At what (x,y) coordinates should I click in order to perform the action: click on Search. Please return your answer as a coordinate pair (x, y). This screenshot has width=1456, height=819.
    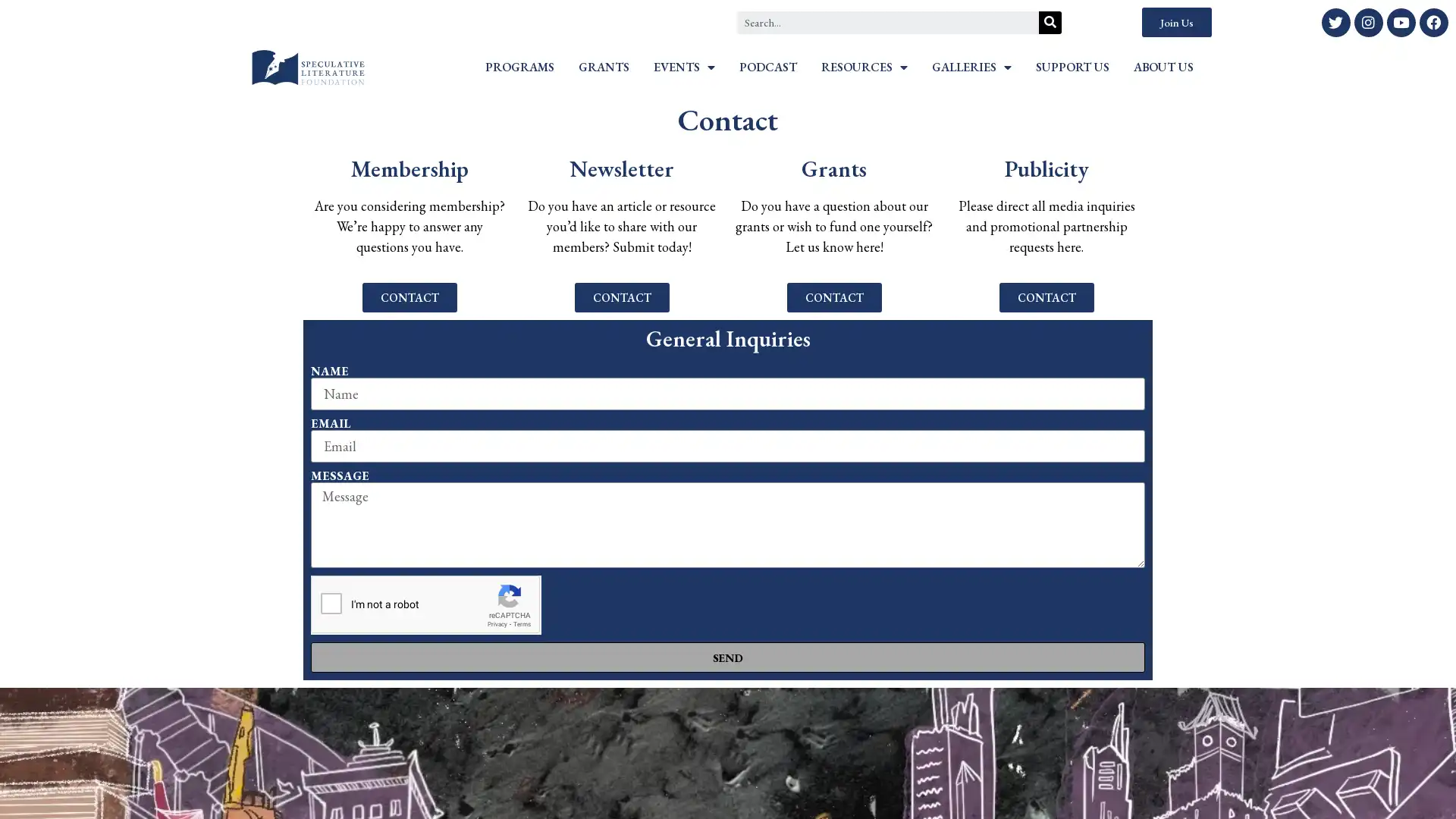
    Looking at the image, I should click on (1050, 22).